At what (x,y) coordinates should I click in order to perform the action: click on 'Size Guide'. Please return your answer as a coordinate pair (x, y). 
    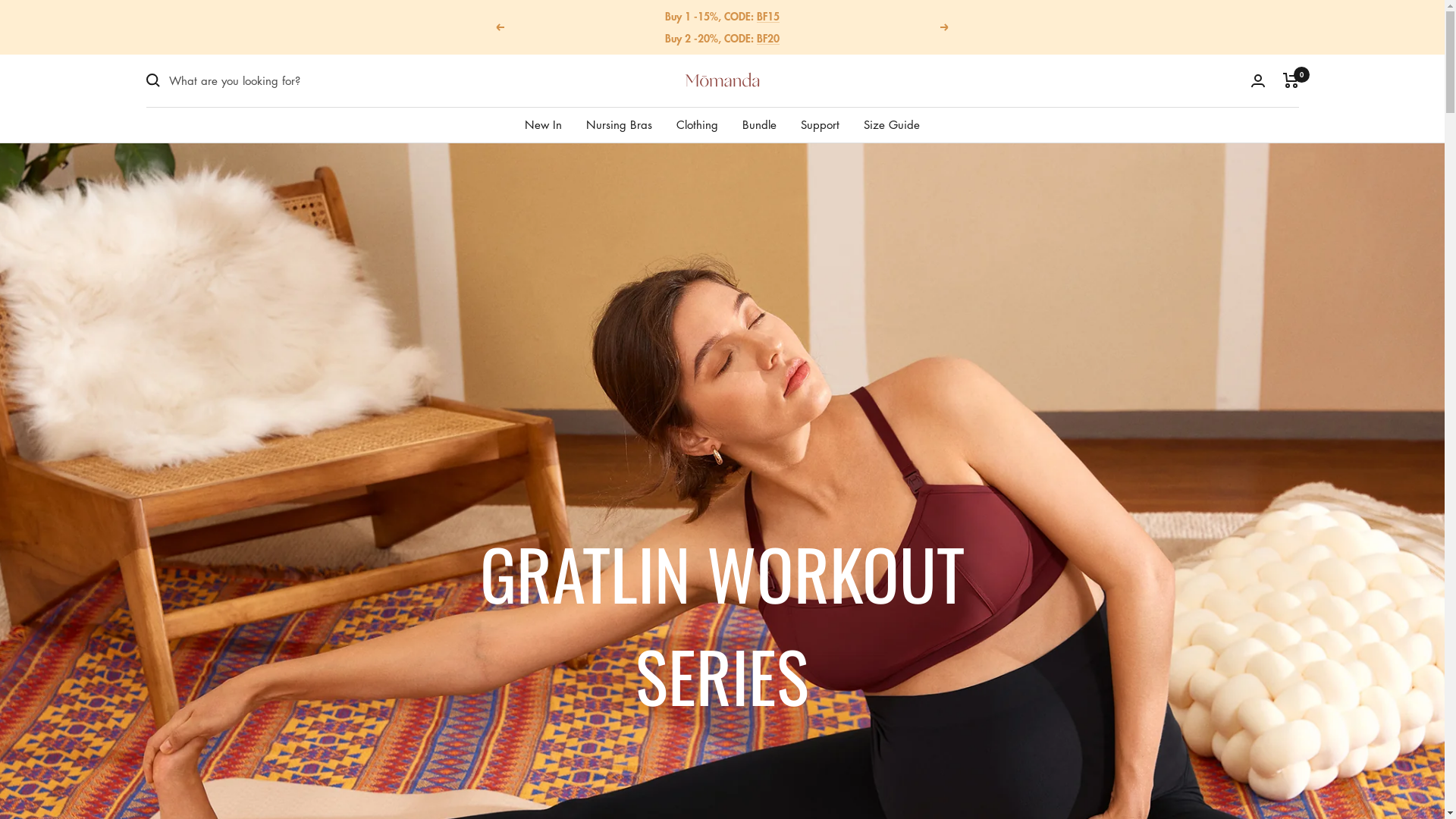
    Looking at the image, I should click on (892, 122).